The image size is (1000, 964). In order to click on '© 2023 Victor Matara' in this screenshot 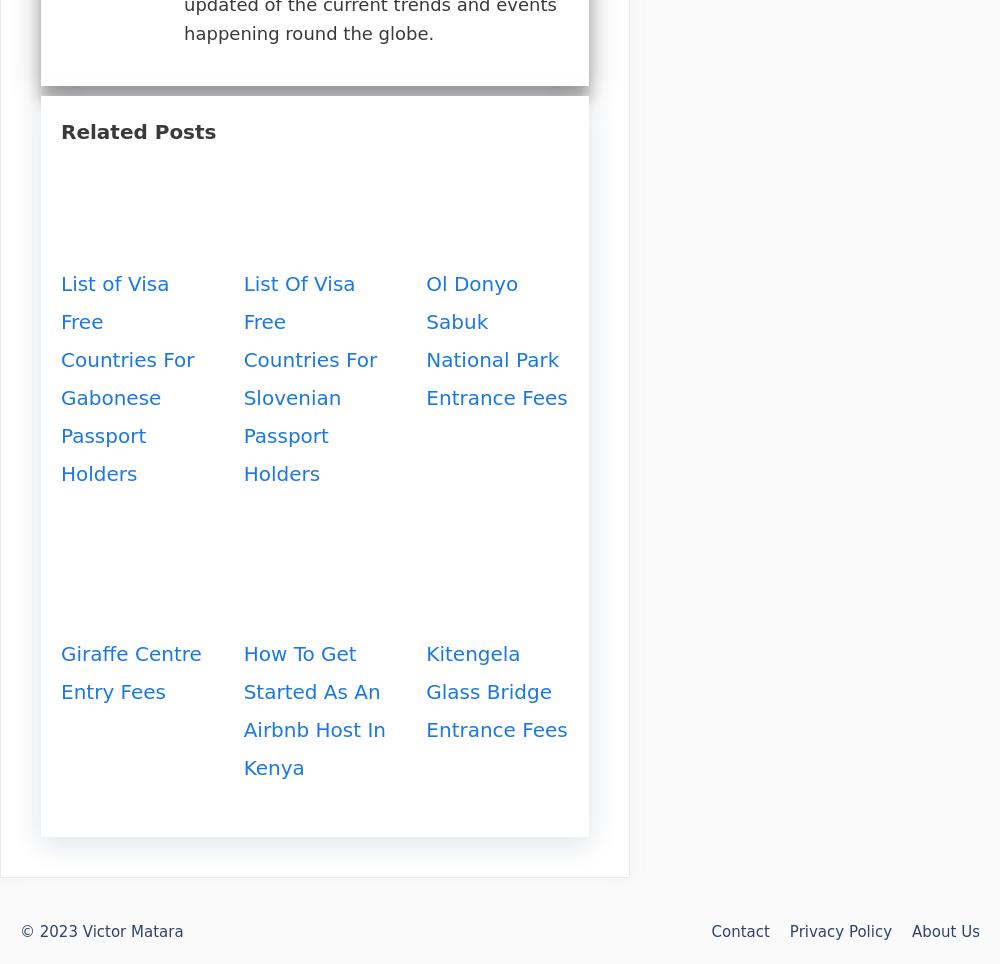, I will do `click(20, 931)`.